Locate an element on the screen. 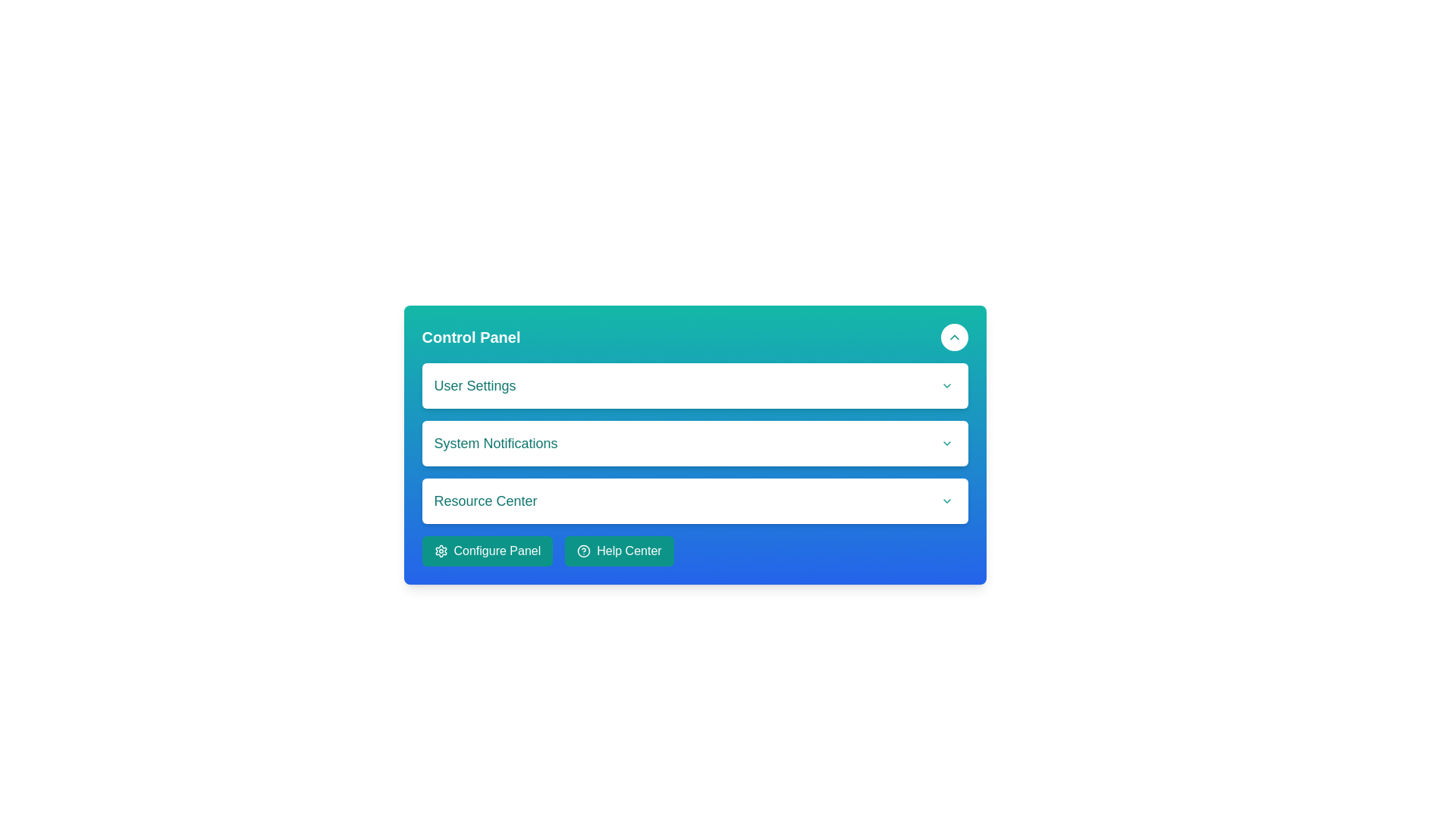 Image resolution: width=1456 pixels, height=819 pixels. the 'Configure Panel' button with white text on a teal background, featuring a gear icon on the left is located at coordinates (487, 551).